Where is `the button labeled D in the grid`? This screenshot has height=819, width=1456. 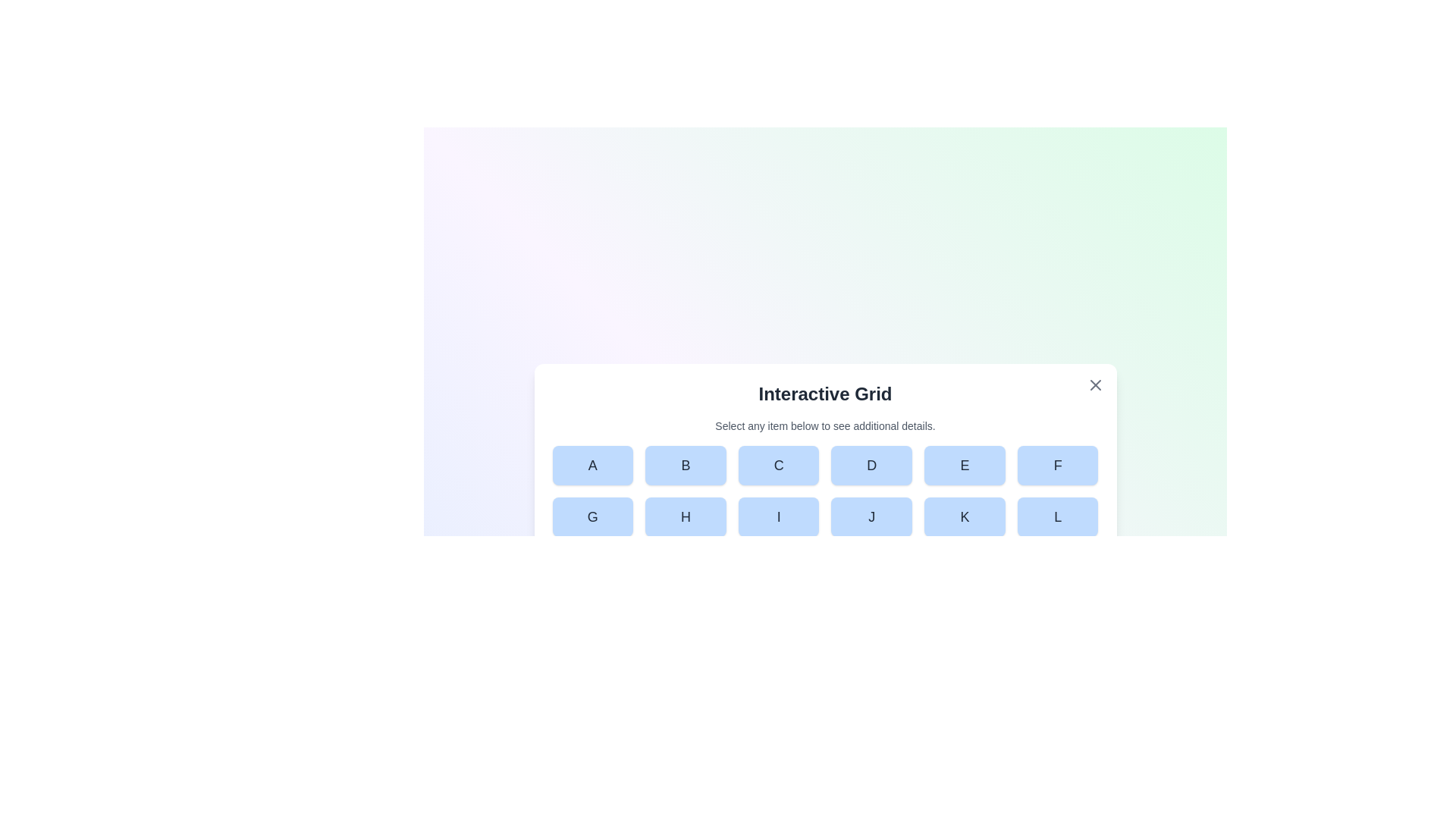 the button labeled D in the grid is located at coordinates (871, 464).